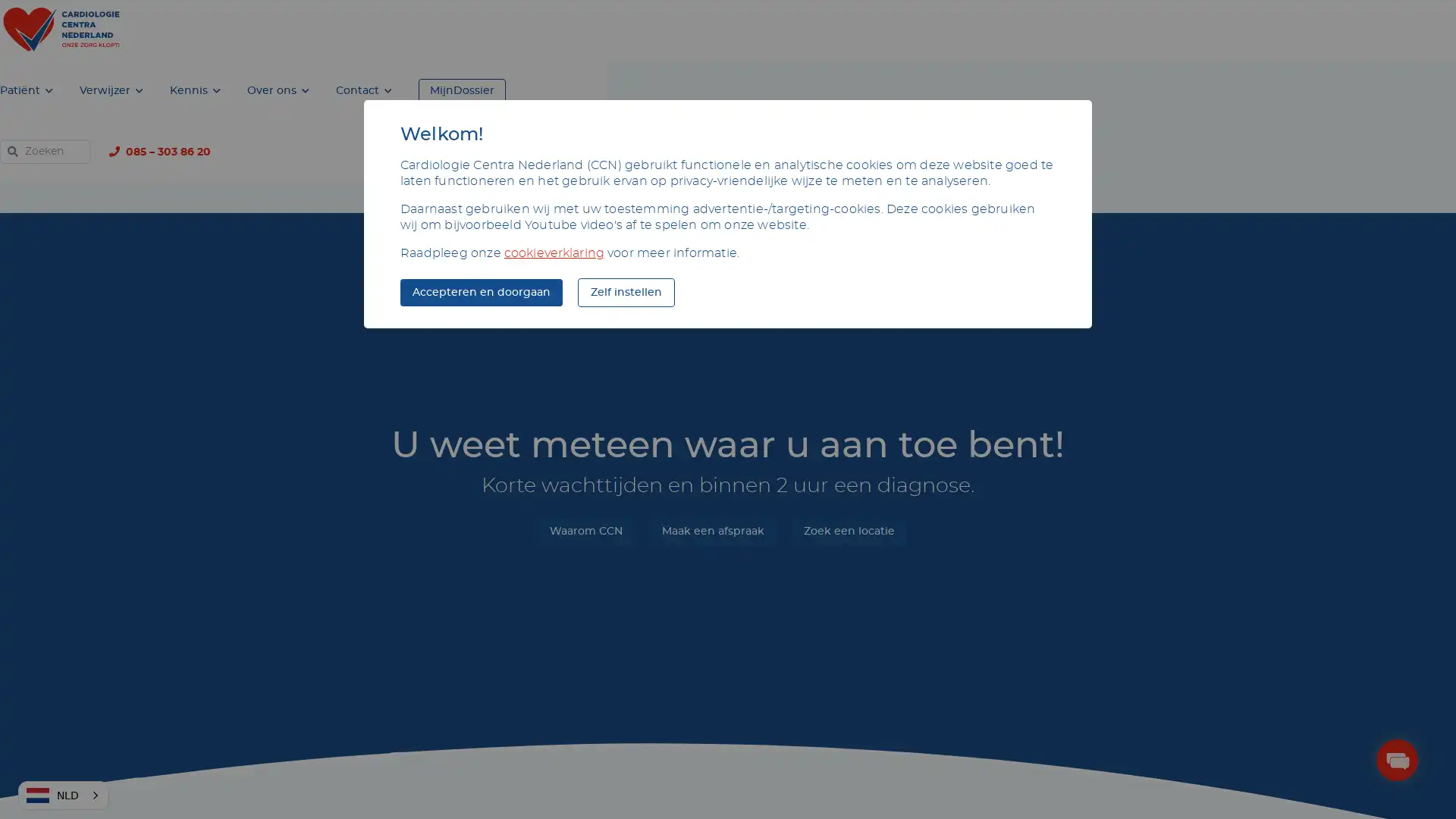  Describe the element at coordinates (480, 292) in the screenshot. I see `Accepteren en doorgaan` at that location.